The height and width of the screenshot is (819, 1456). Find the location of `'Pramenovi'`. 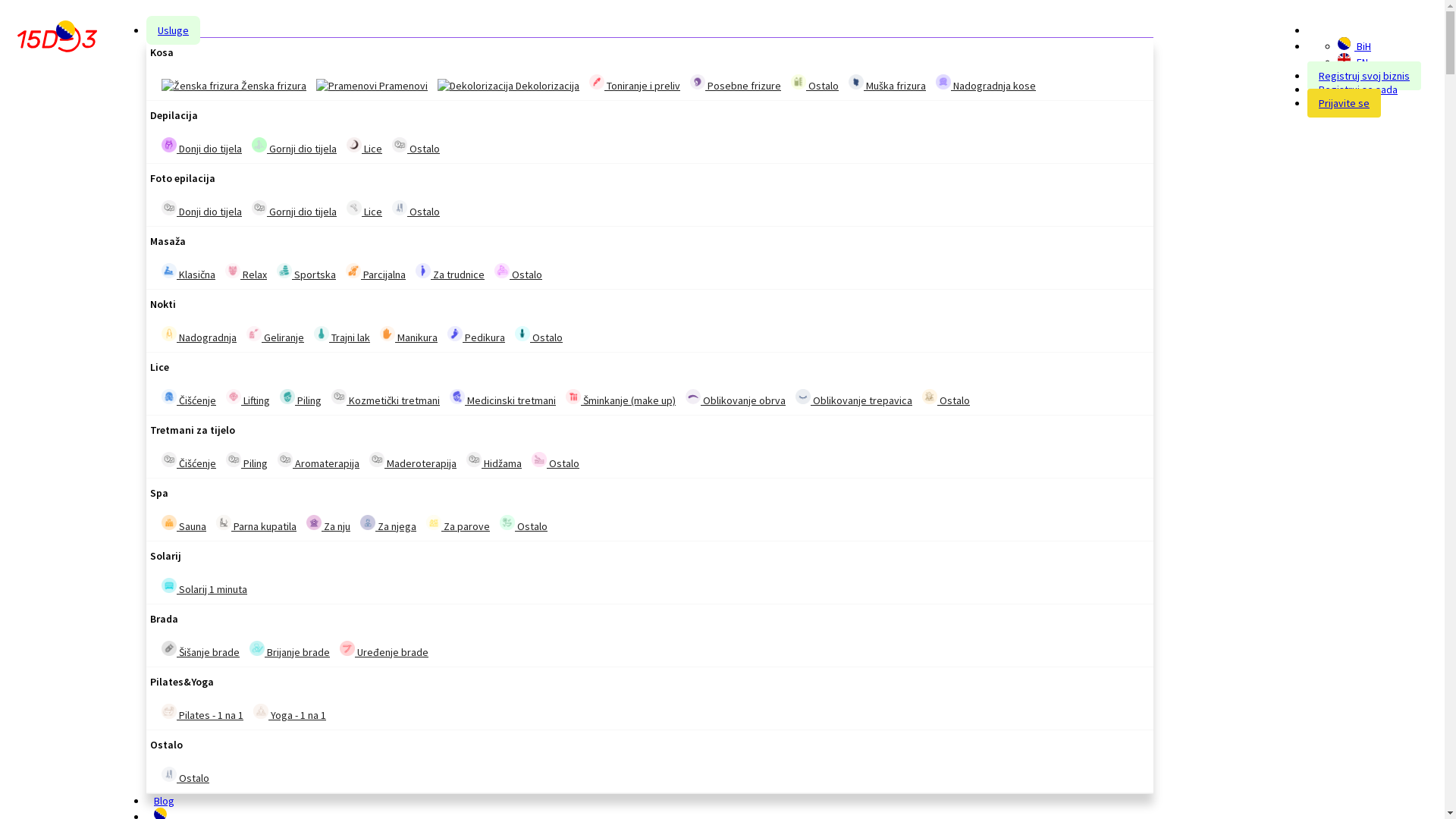

'Pramenovi' is located at coordinates (372, 85).